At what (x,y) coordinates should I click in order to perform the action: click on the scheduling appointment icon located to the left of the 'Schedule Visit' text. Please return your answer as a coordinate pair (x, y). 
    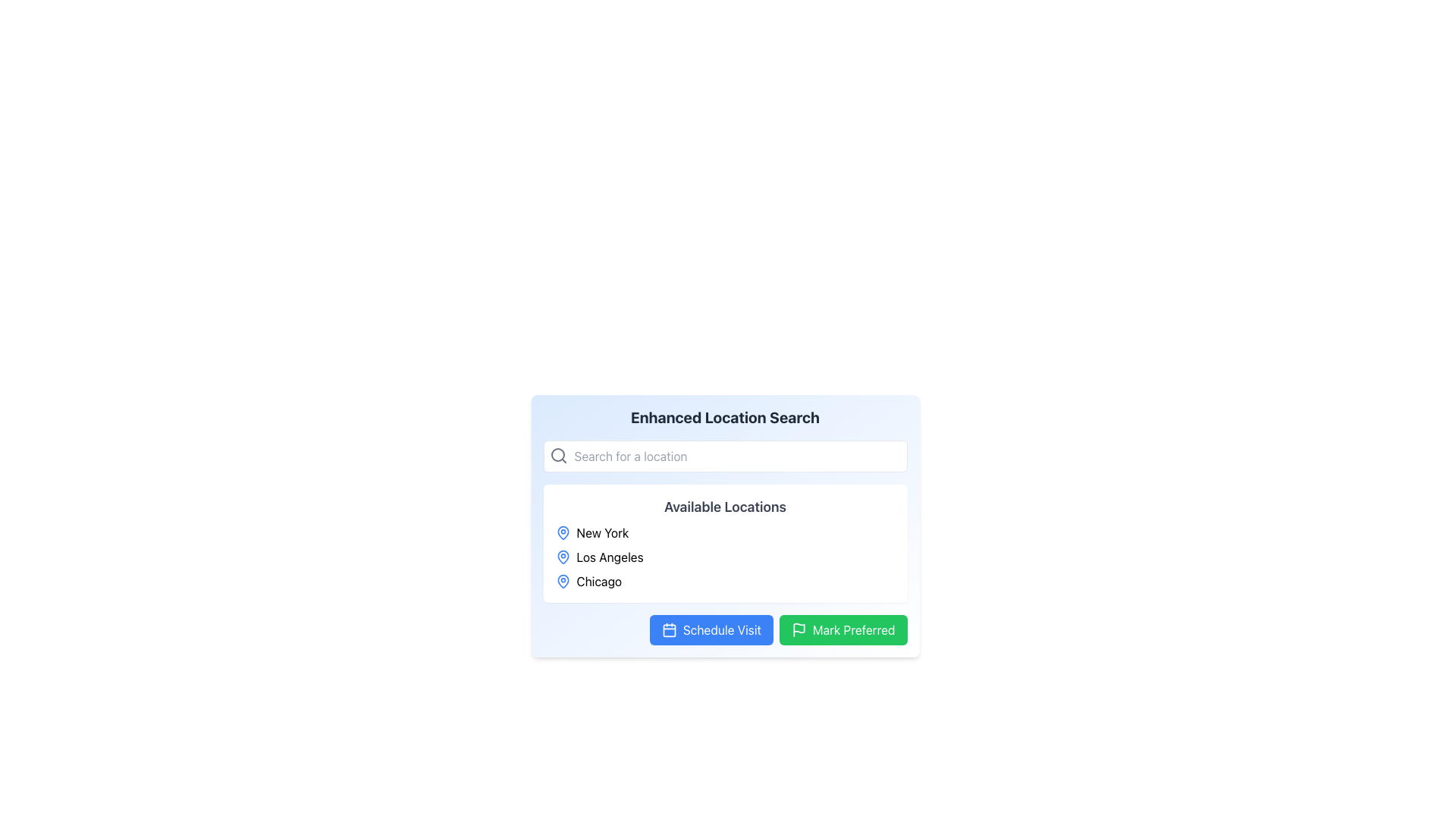
    Looking at the image, I should click on (668, 629).